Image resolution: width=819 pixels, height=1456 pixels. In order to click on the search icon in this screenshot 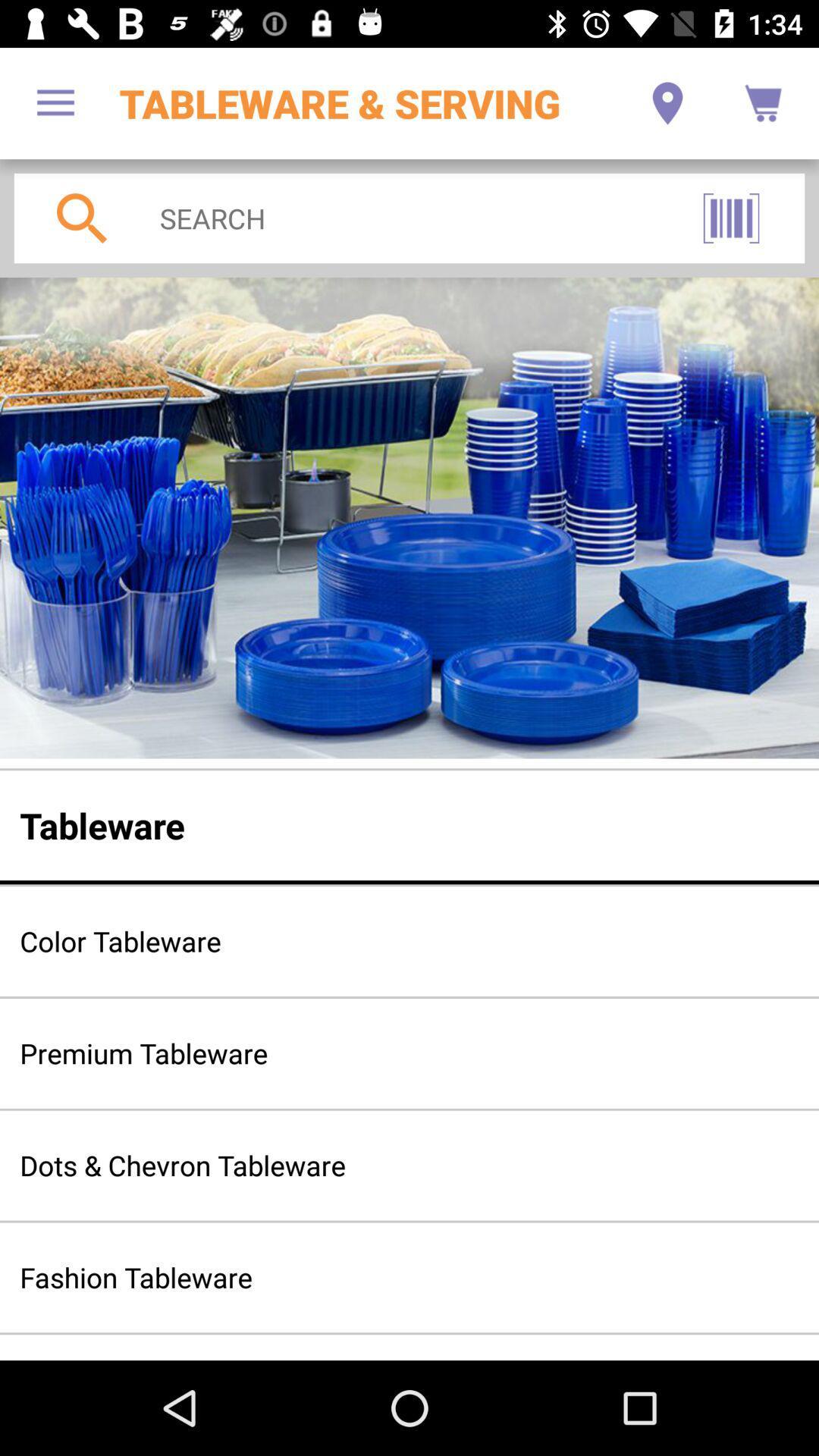, I will do `click(82, 218)`.